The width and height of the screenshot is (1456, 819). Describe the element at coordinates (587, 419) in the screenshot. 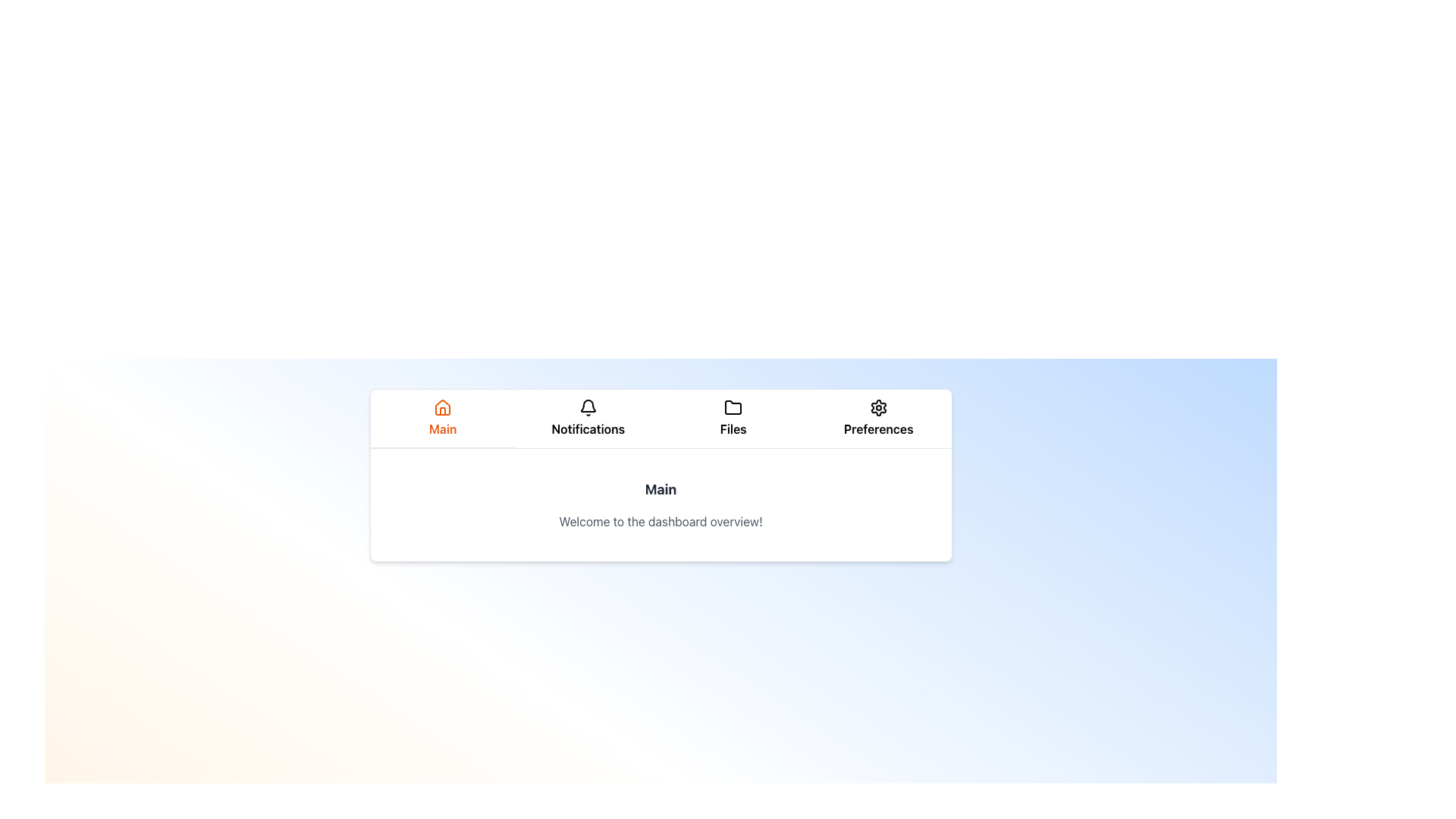

I see `the notifications button located in the top center navigation bar, which is the second item between 'Main' and 'Files'` at that location.